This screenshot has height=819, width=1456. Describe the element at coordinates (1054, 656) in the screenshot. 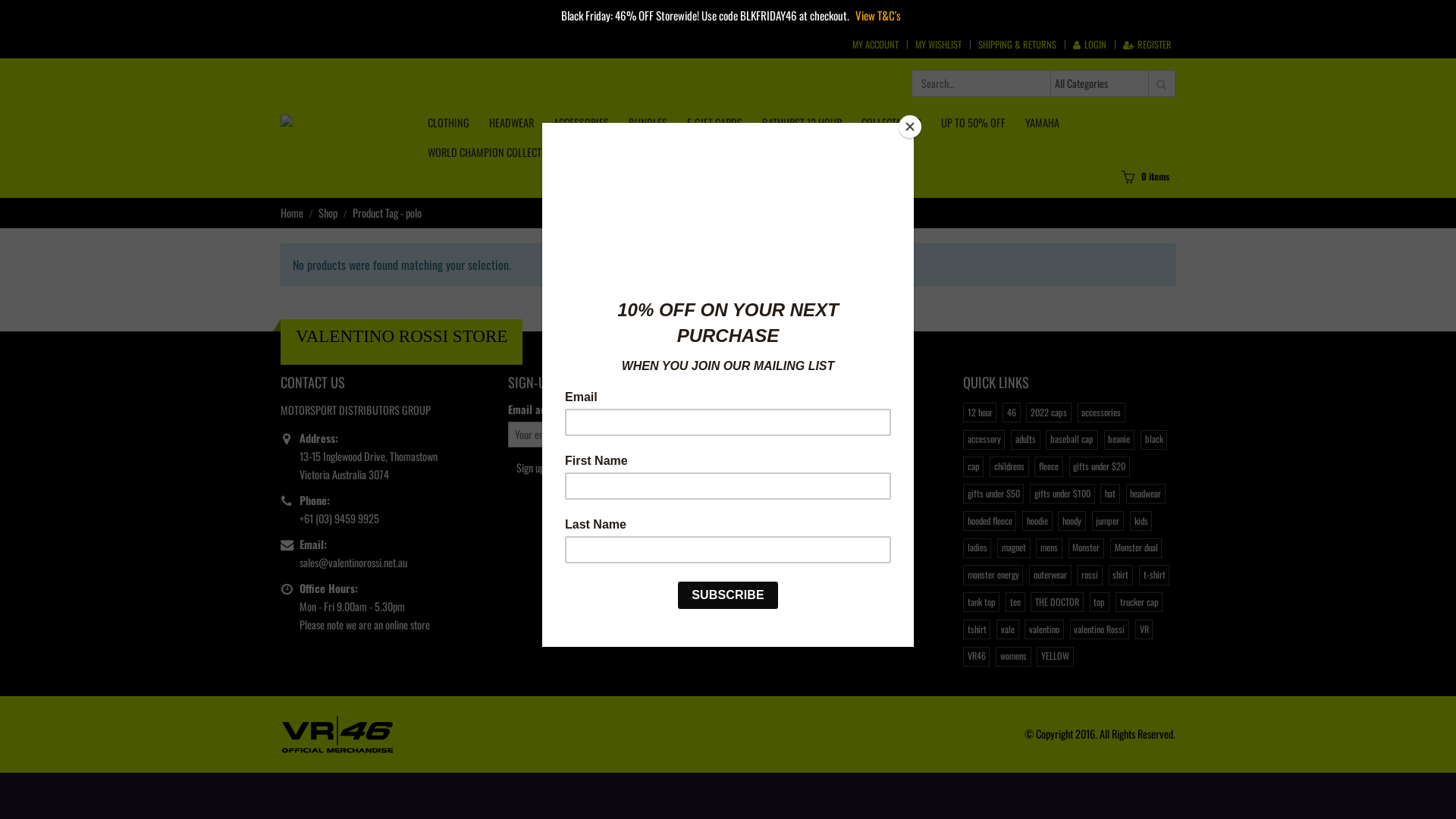

I see `'YELLOW'` at that location.